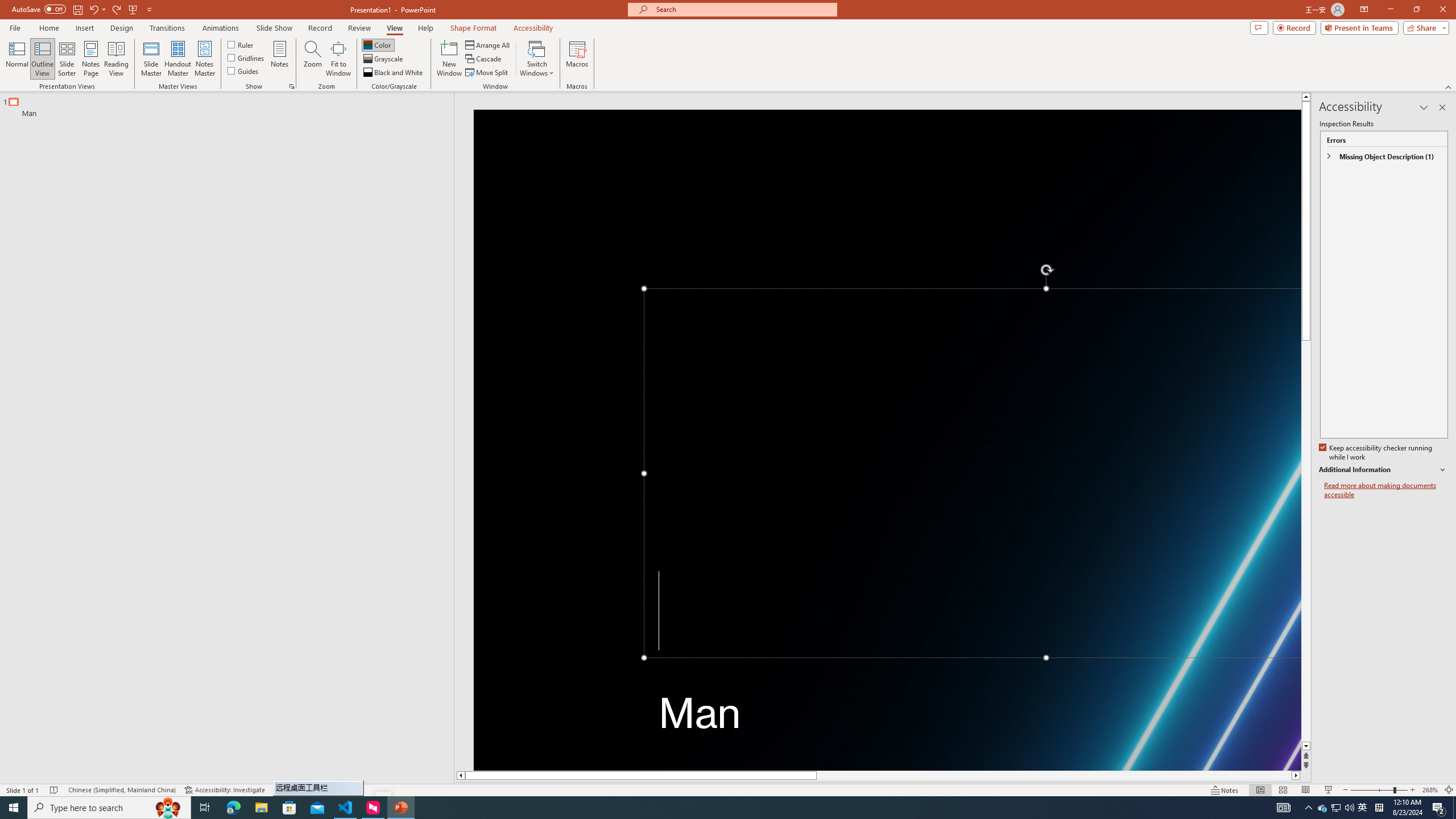 The image size is (1456, 819). What do you see at coordinates (313, 59) in the screenshot?
I see `'Zoom...'` at bounding box center [313, 59].